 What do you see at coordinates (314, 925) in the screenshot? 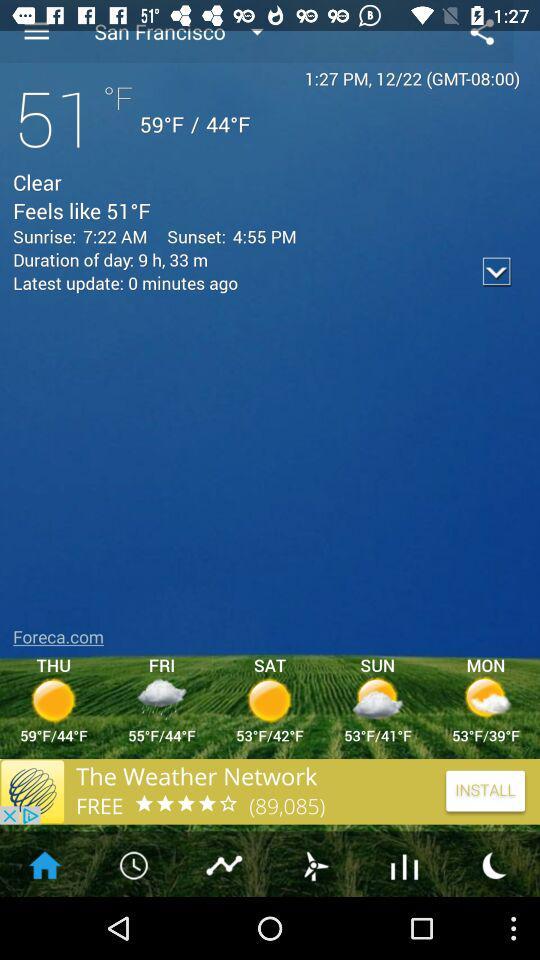
I see `the weather icon` at bounding box center [314, 925].